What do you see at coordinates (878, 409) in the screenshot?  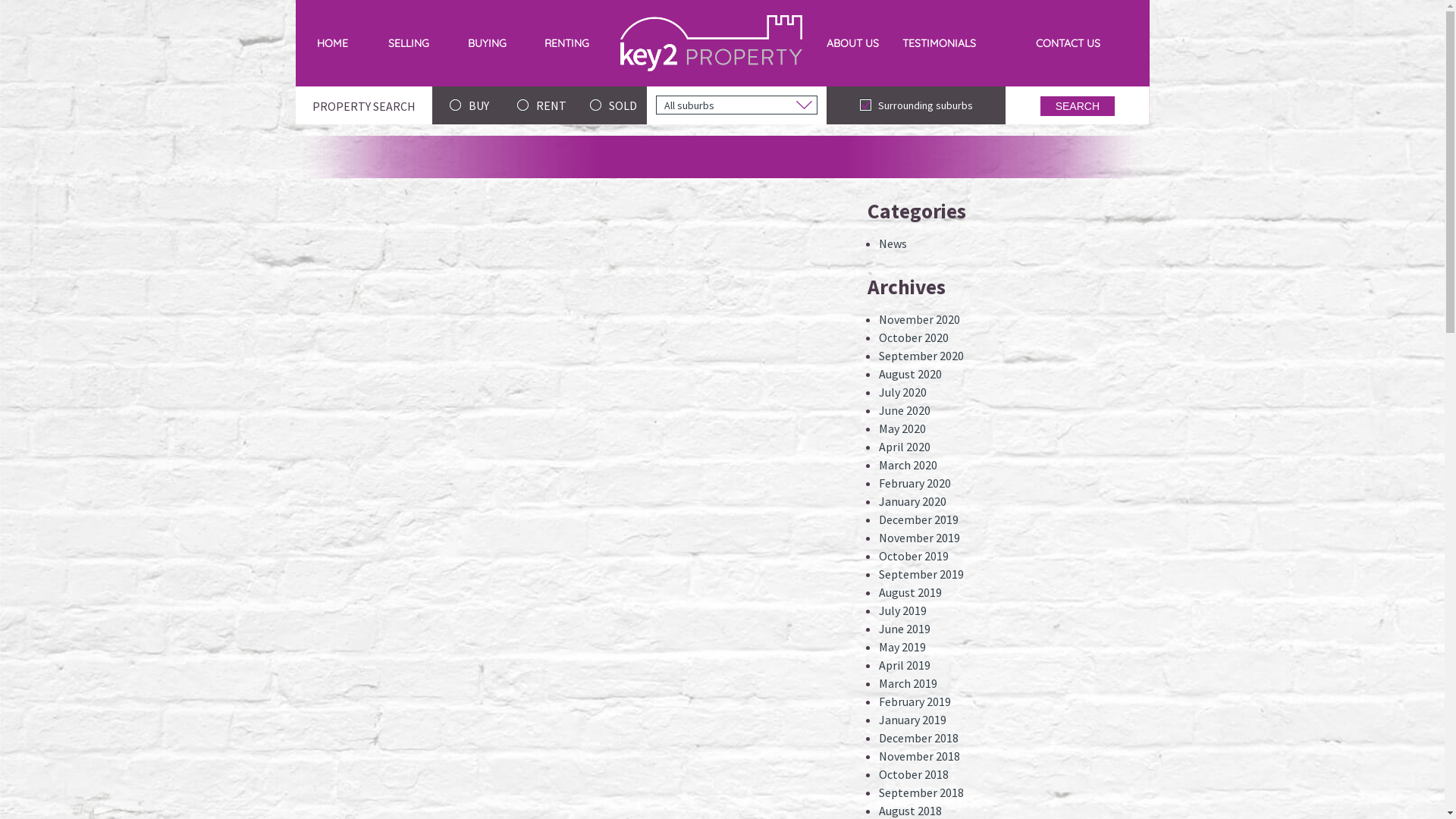 I see `'June 2020'` at bounding box center [878, 409].